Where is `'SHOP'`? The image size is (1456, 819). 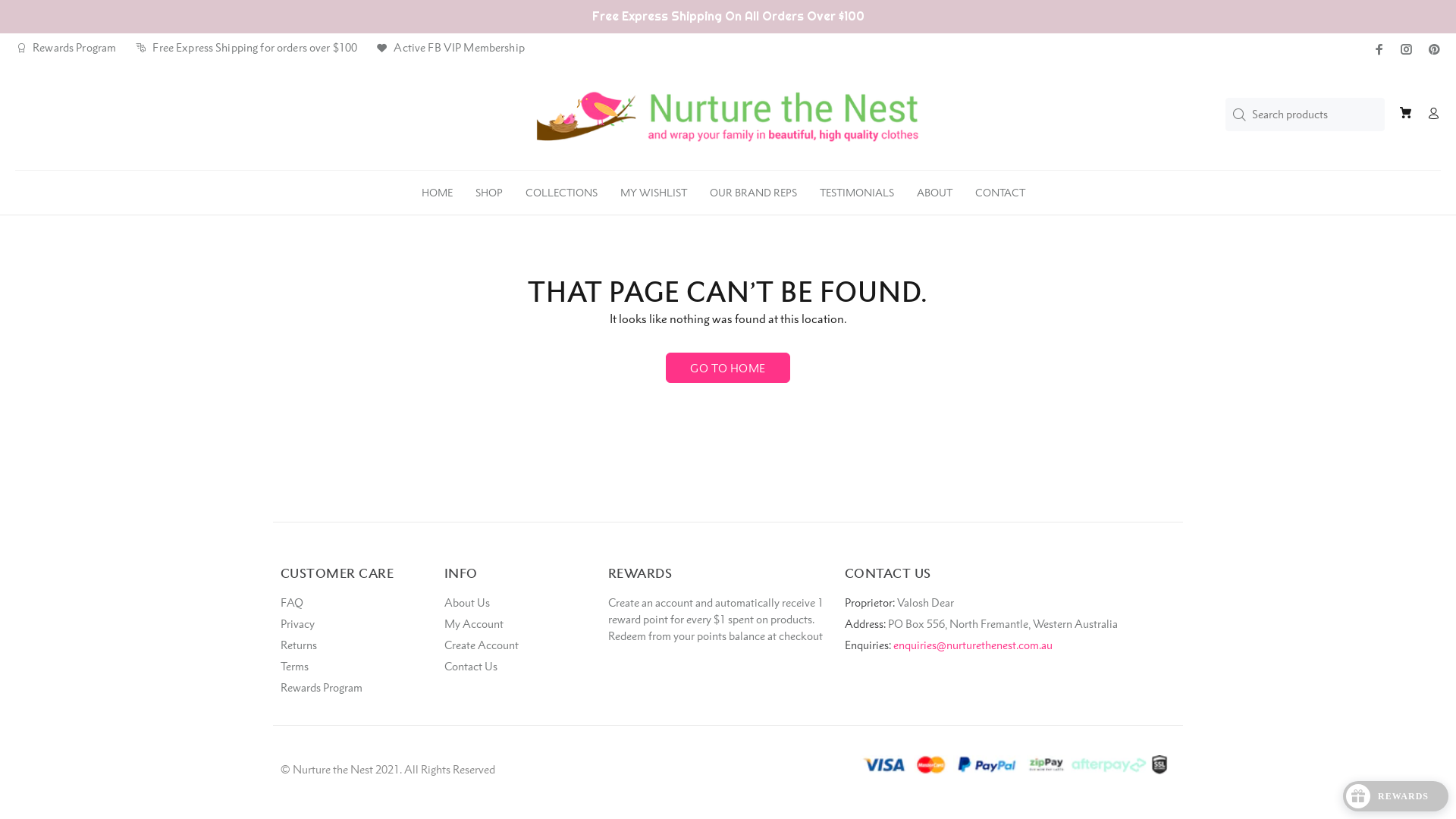
'SHOP' is located at coordinates (463, 188).